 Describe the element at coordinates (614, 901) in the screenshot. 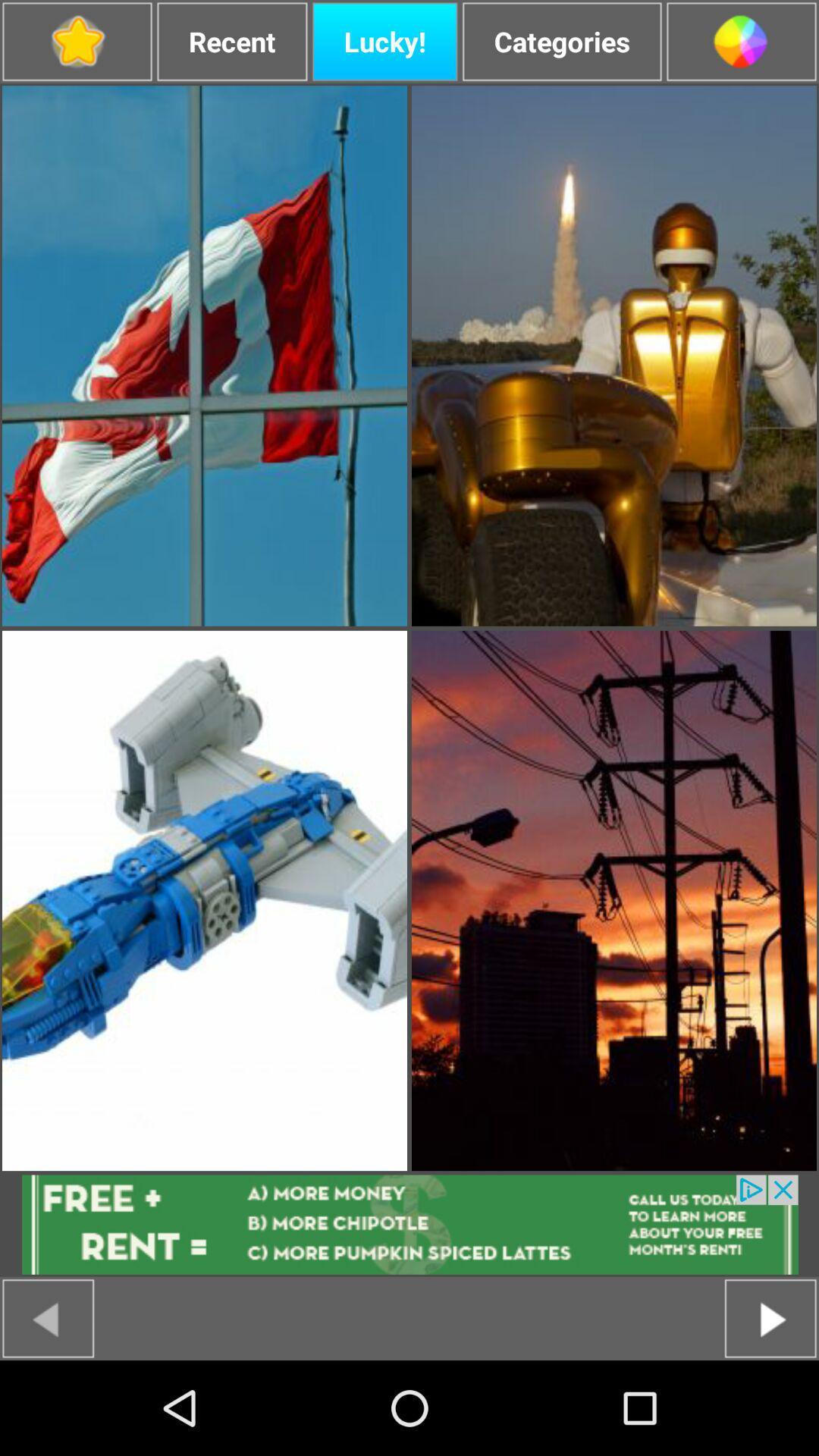

I see `the fourth image at the right side` at that location.